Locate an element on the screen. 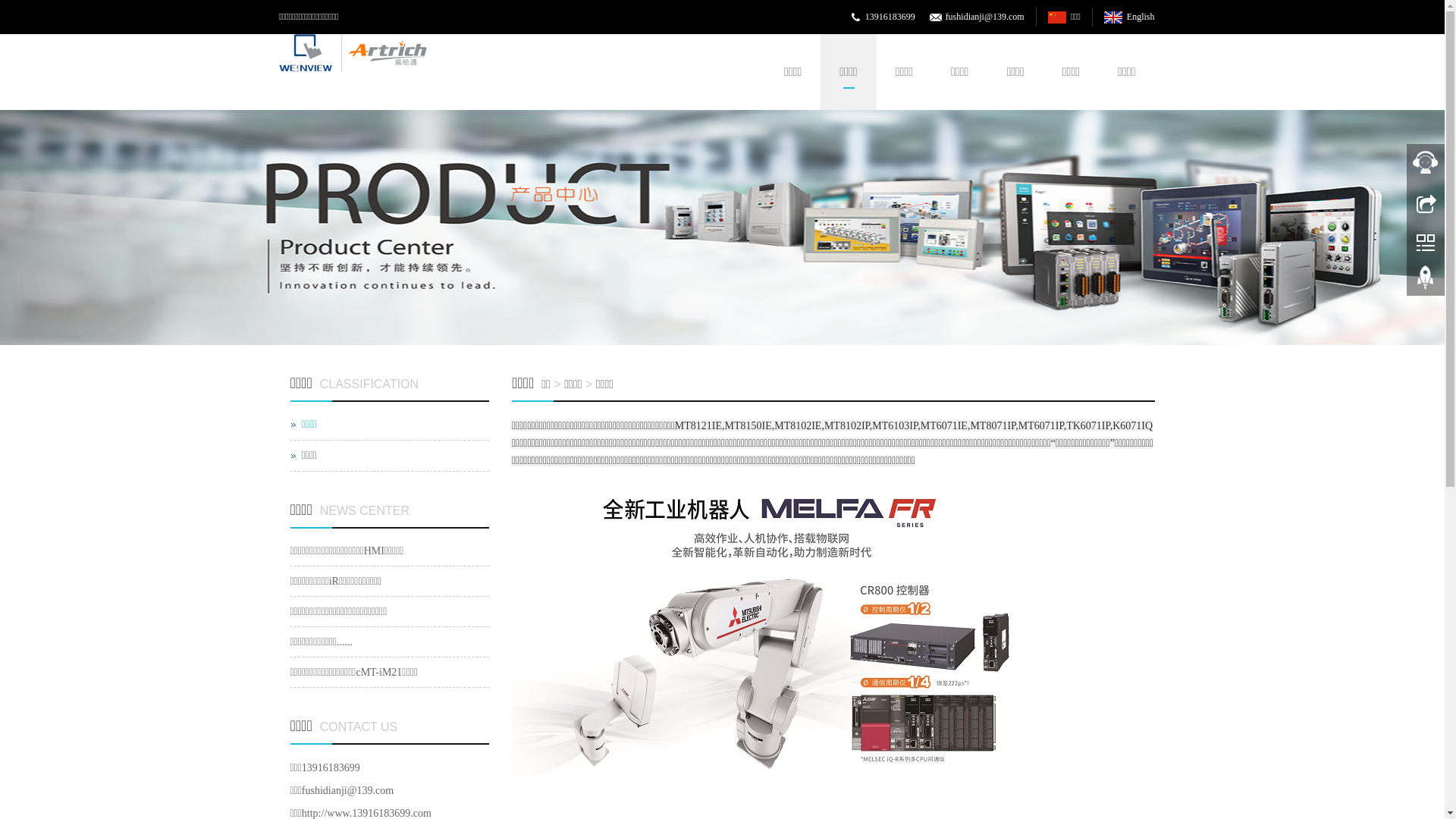 The height and width of the screenshot is (819, 1456). 'English' is located at coordinates (1128, 17).